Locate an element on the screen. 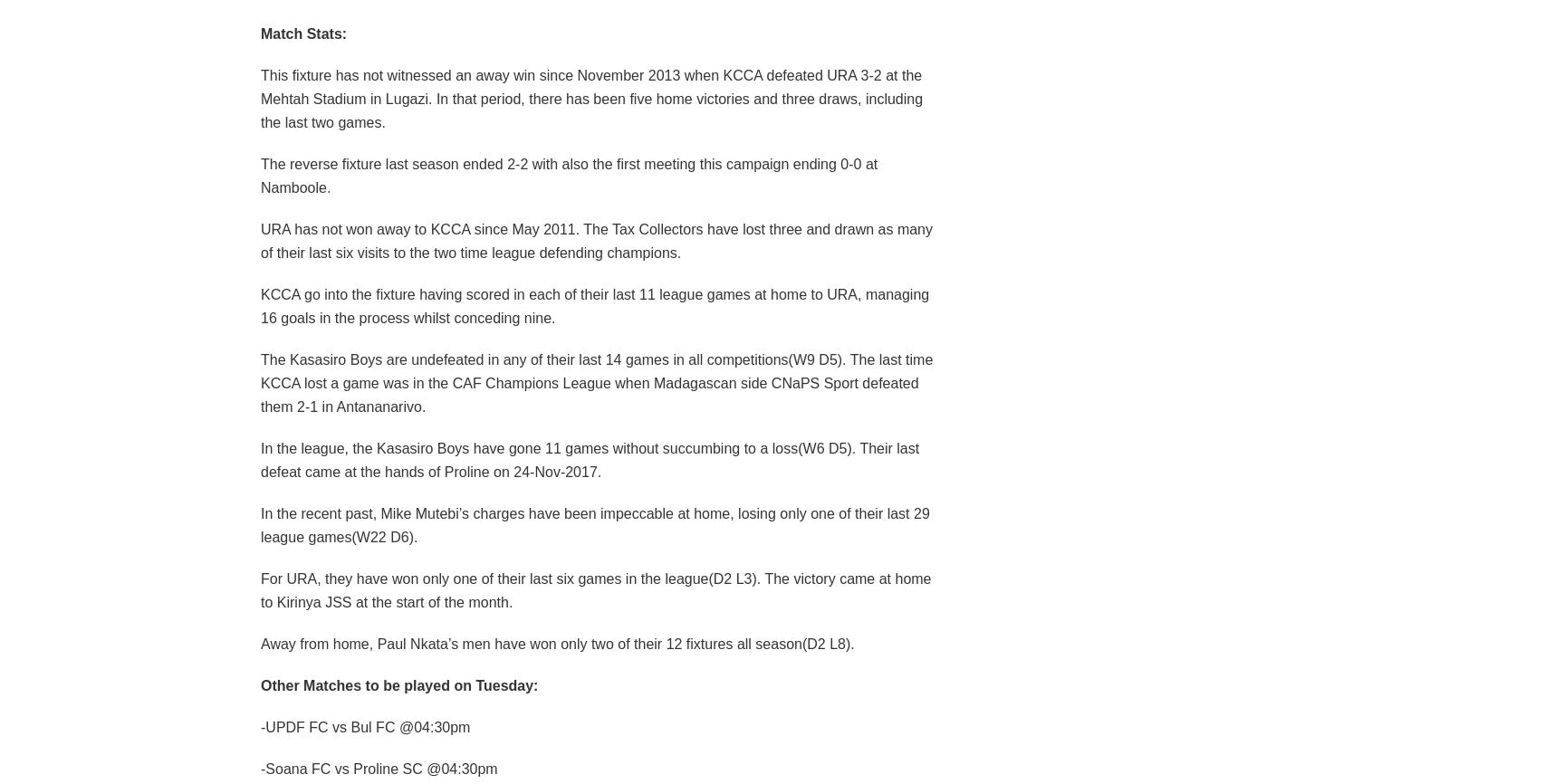 This screenshot has height=784, width=1554. 'The Kasasiro Boys are undefeated in any of their last 14 games in all competitions(W9 D5). The last time KCCA lost a game was in the CAF Champions League when Madagascan side CNaPS Sport defeated them 2-1 in Antananarivo.' is located at coordinates (595, 381).